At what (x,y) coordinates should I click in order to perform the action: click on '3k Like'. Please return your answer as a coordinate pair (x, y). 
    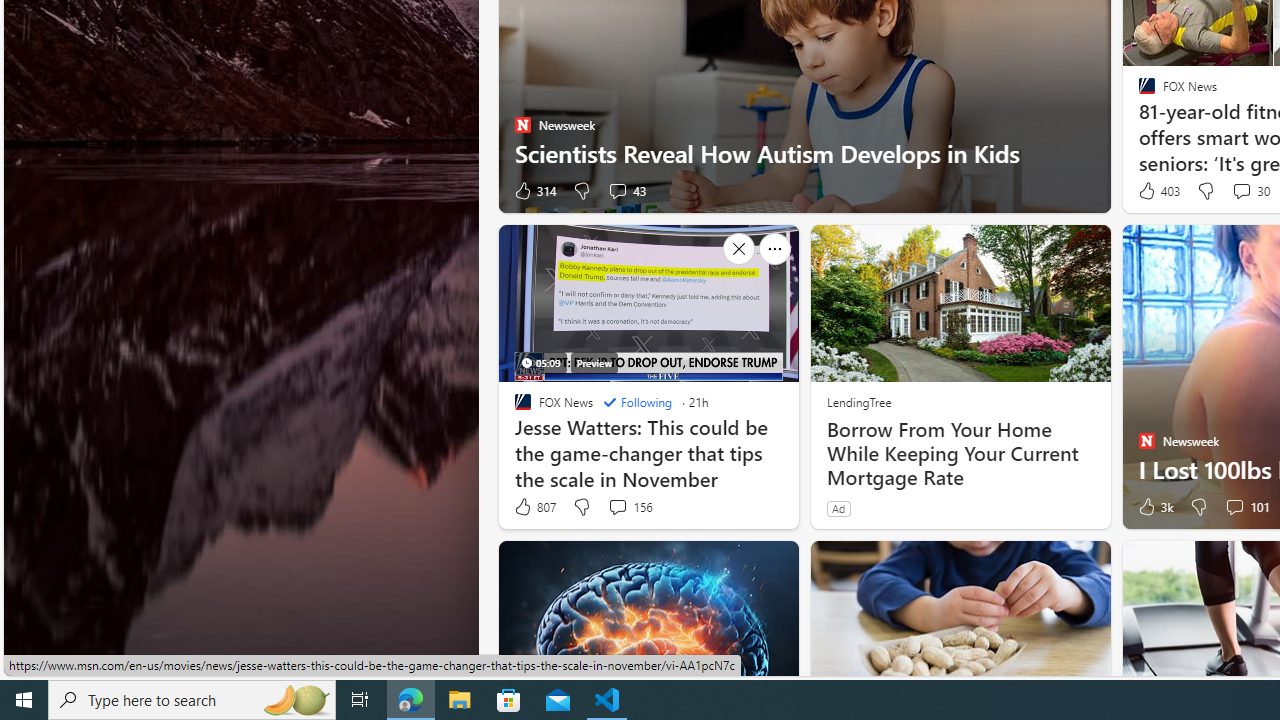
    Looking at the image, I should click on (1154, 506).